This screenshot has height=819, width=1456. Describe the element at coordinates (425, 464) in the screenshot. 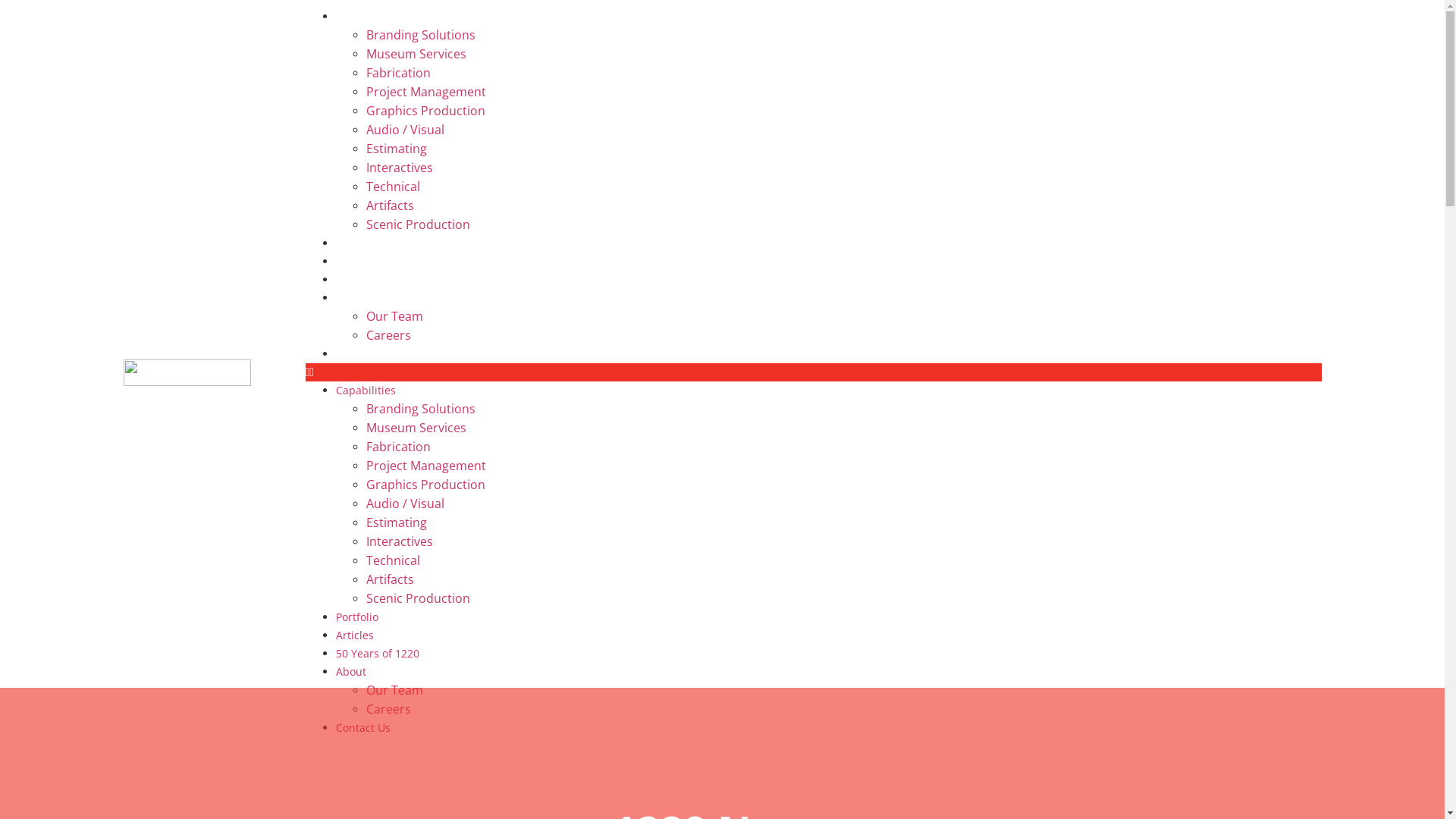

I see `'Project Management'` at that location.